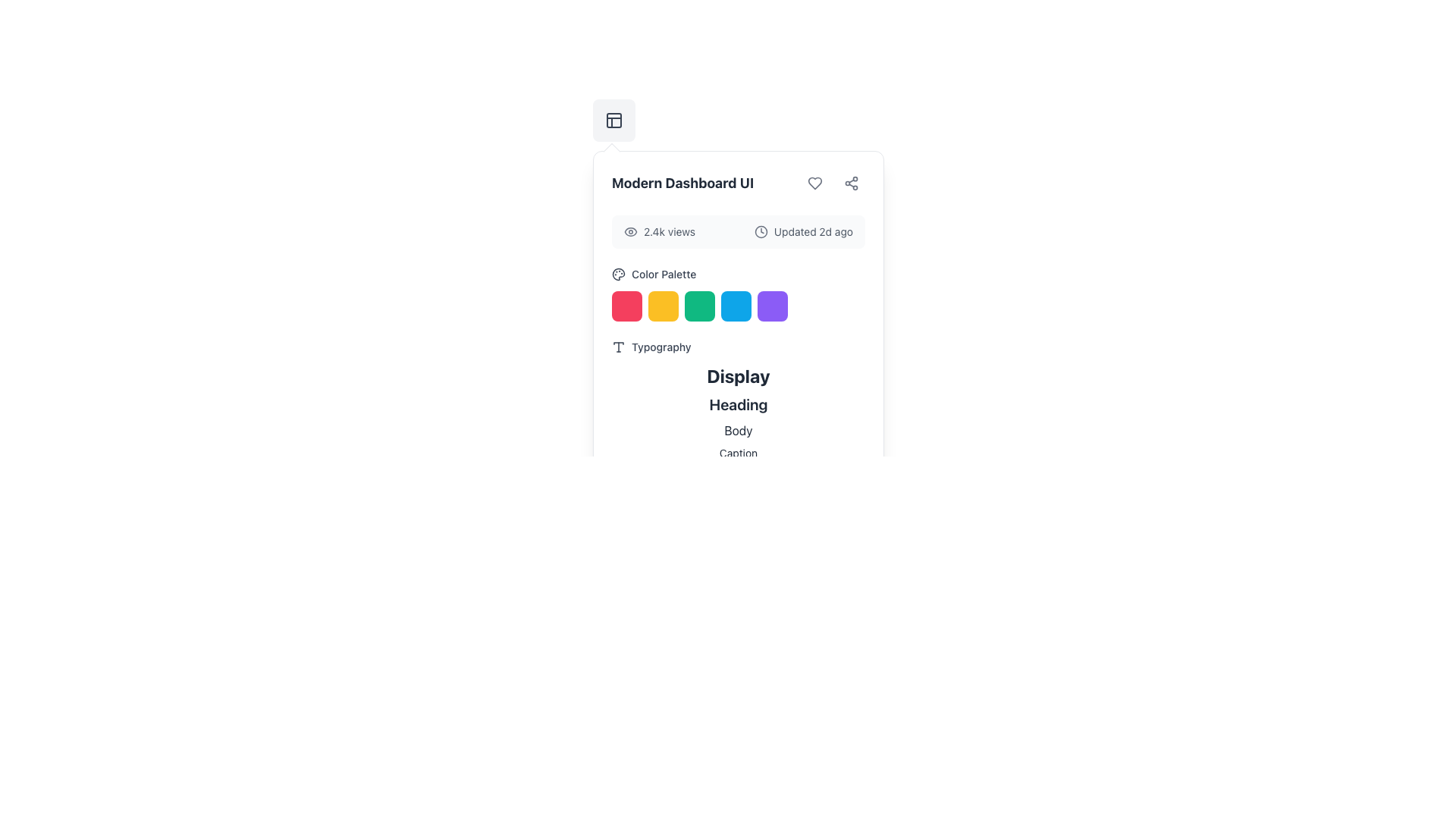 This screenshot has width=1456, height=819. Describe the element at coordinates (761, 231) in the screenshot. I see `the clock icon located to the immediate left of the text 'Updated 2d ago', which is outlined in light gray and features clock hands` at that location.